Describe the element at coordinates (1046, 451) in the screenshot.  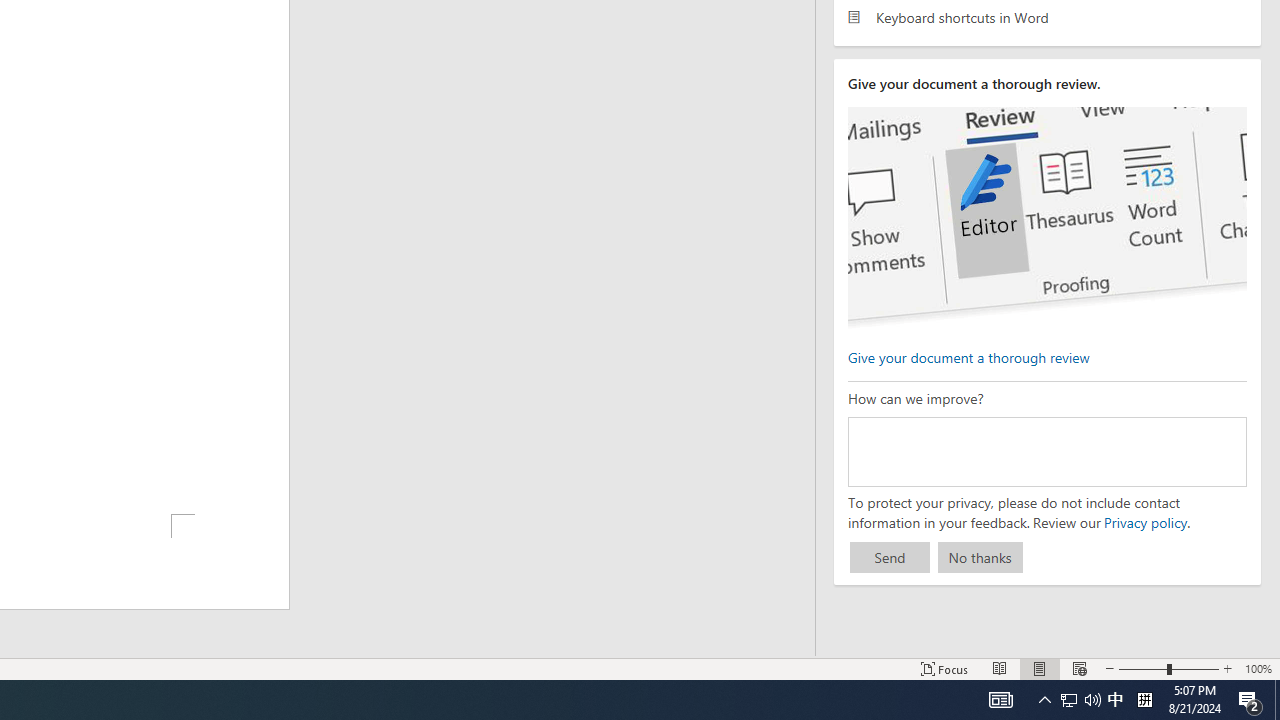
I see `'How can we improve?'` at that location.